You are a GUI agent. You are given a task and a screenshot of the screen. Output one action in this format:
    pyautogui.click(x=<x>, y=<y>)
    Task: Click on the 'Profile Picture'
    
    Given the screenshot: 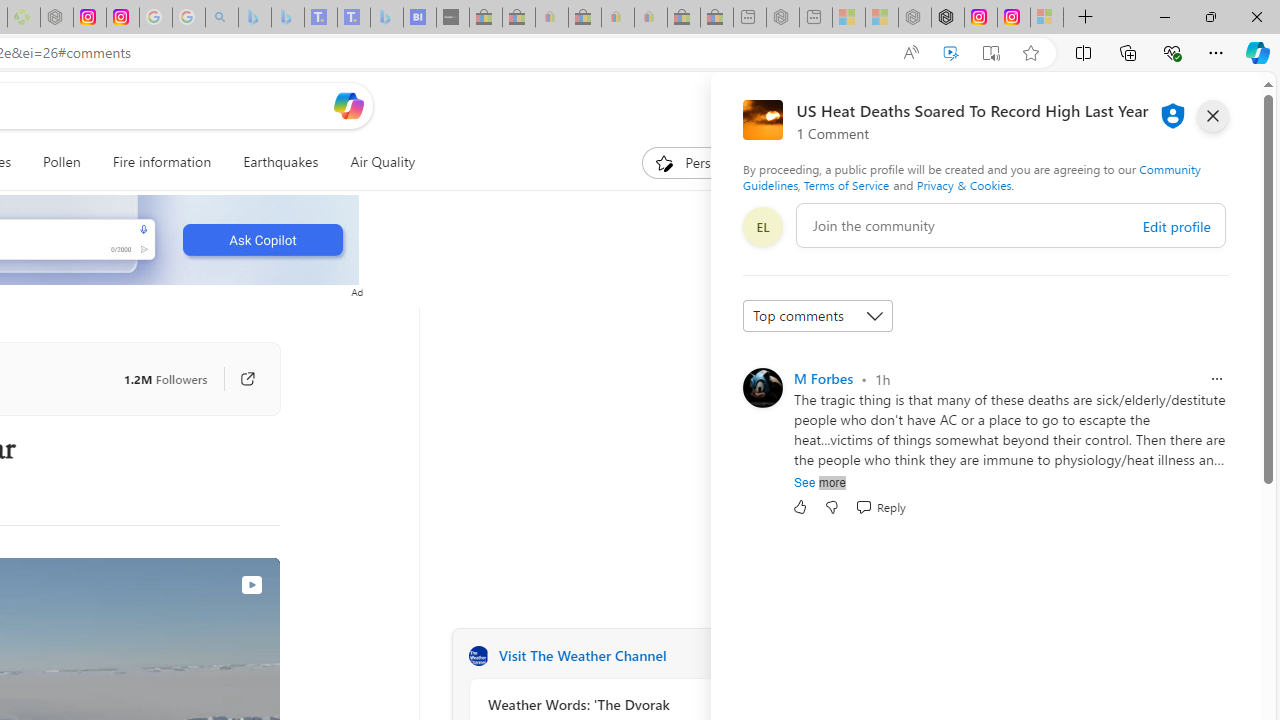 What is the action you would take?
    pyautogui.click(x=761, y=388)
    